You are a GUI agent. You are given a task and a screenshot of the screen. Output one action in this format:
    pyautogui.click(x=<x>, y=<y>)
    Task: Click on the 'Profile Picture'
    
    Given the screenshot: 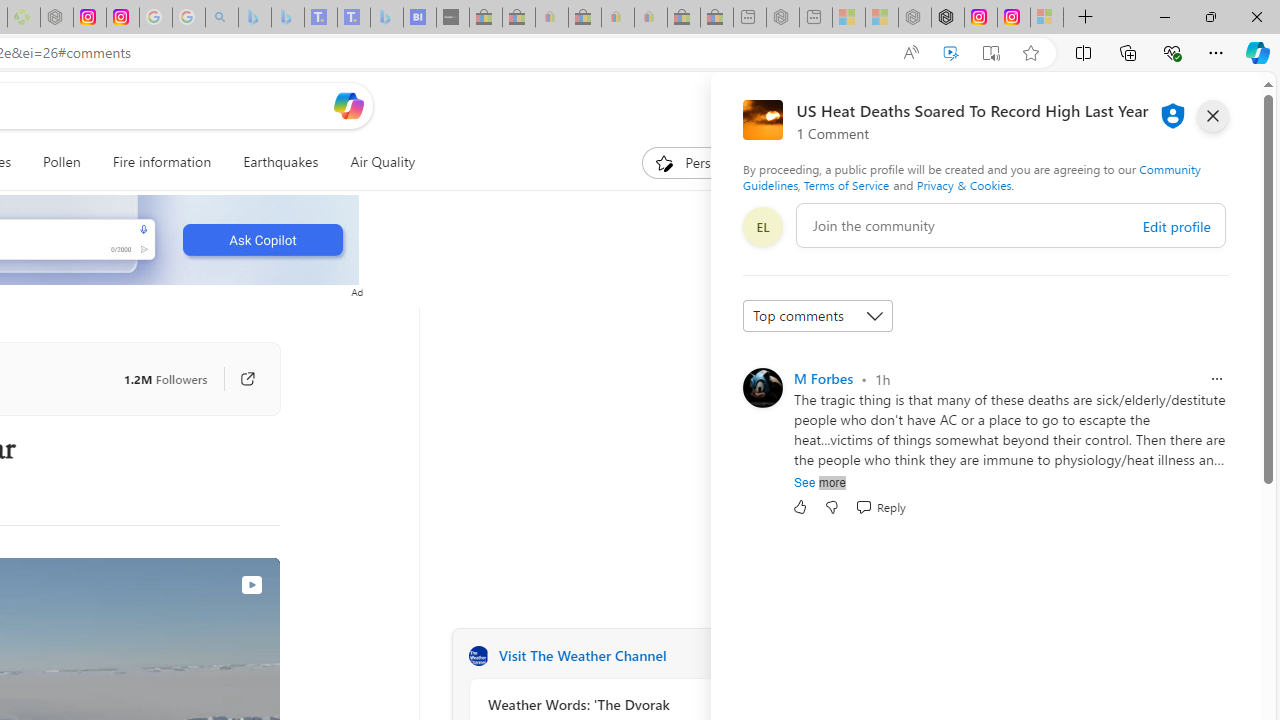 What is the action you would take?
    pyautogui.click(x=761, y=388)
    